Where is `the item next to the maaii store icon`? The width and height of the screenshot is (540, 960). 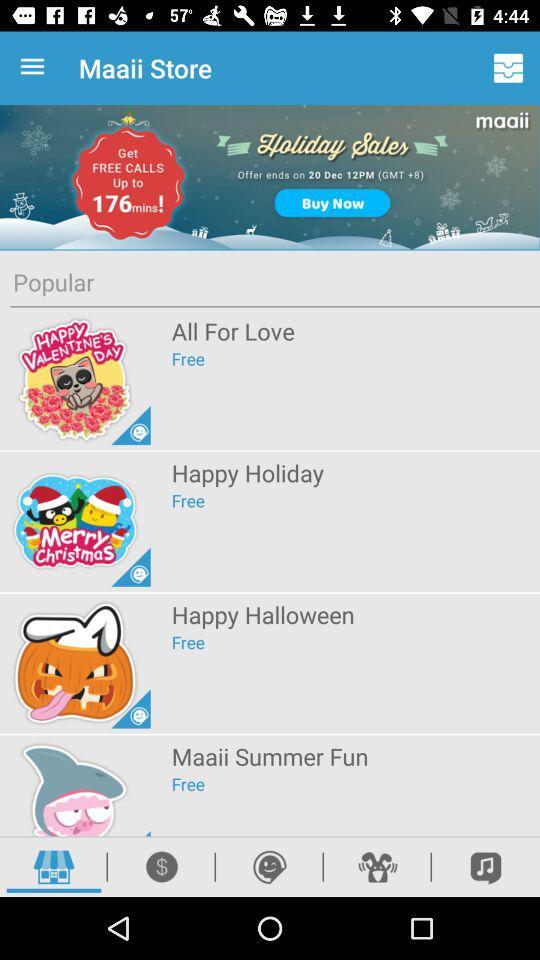
the item next to the maaii store icon is located at coordinates (508, 68).